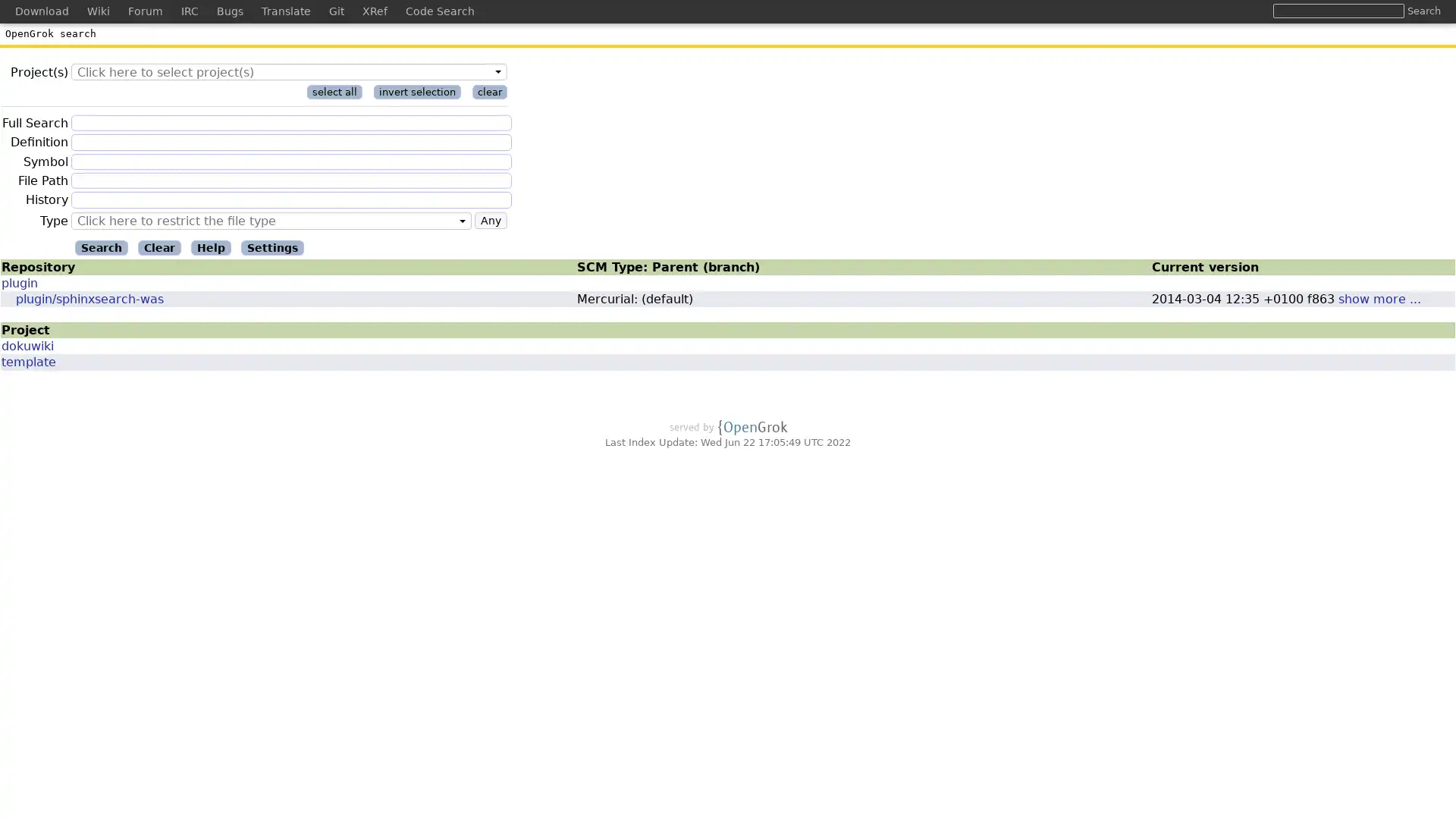  I want to click on Help, so click(210, 246).